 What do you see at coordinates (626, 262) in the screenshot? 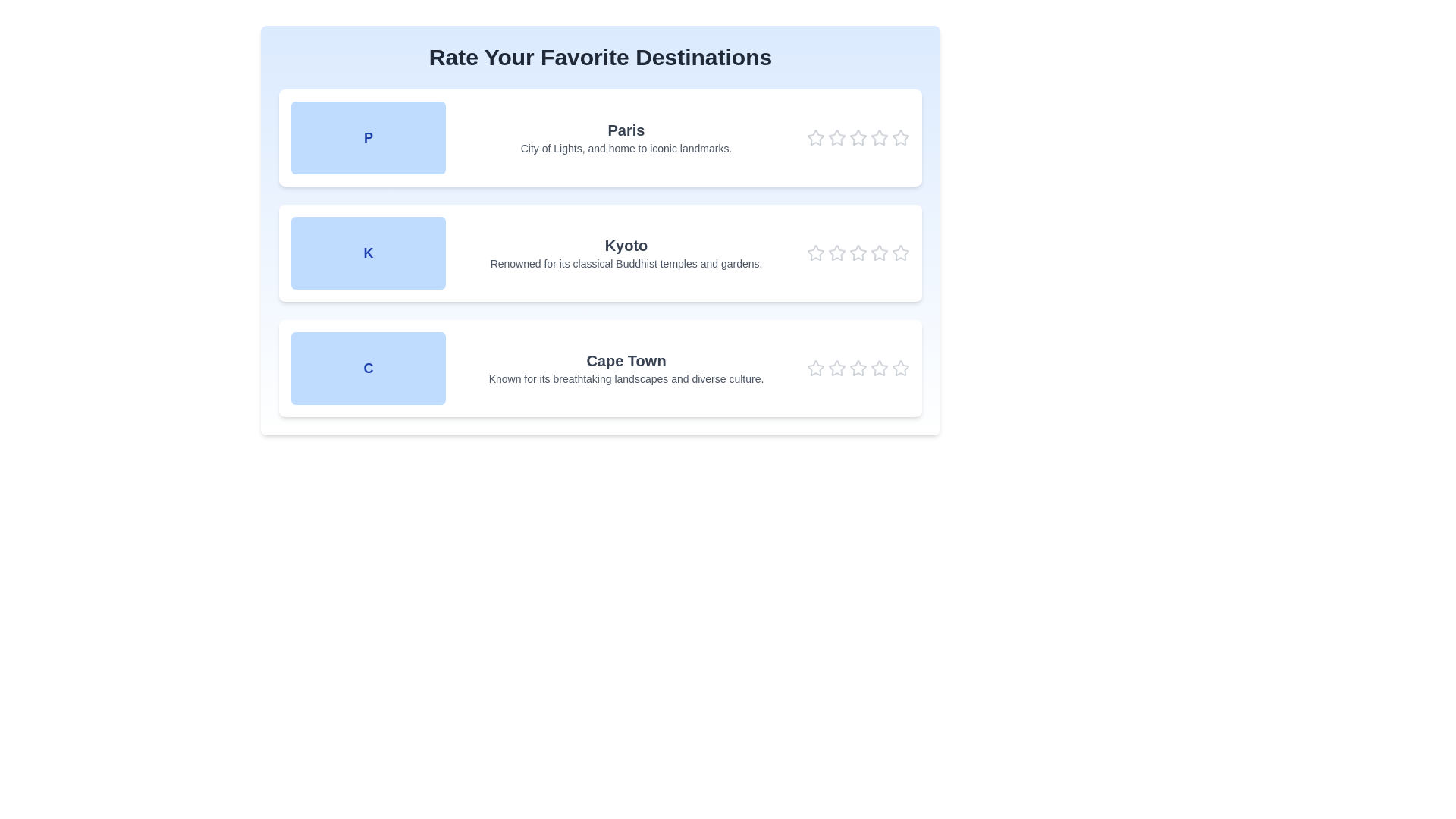
I see `the text label providing additional details about 'Kyoto' located under the heading in the second box of the vertically stacked card interface` at bounding box center [626, 262].